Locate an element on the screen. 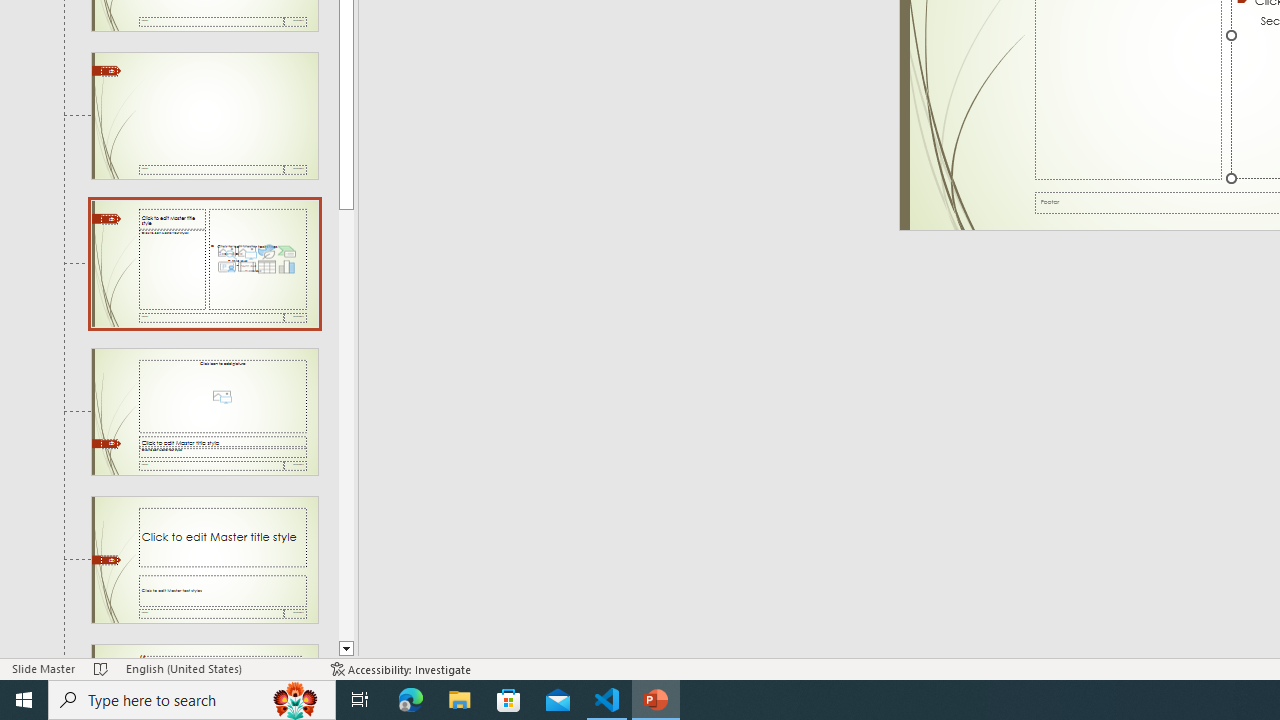 This screenshot has height=720, width=1280. 'Slide Title and Caption Layout: used by no slides' is located at coordinates (204, 559).